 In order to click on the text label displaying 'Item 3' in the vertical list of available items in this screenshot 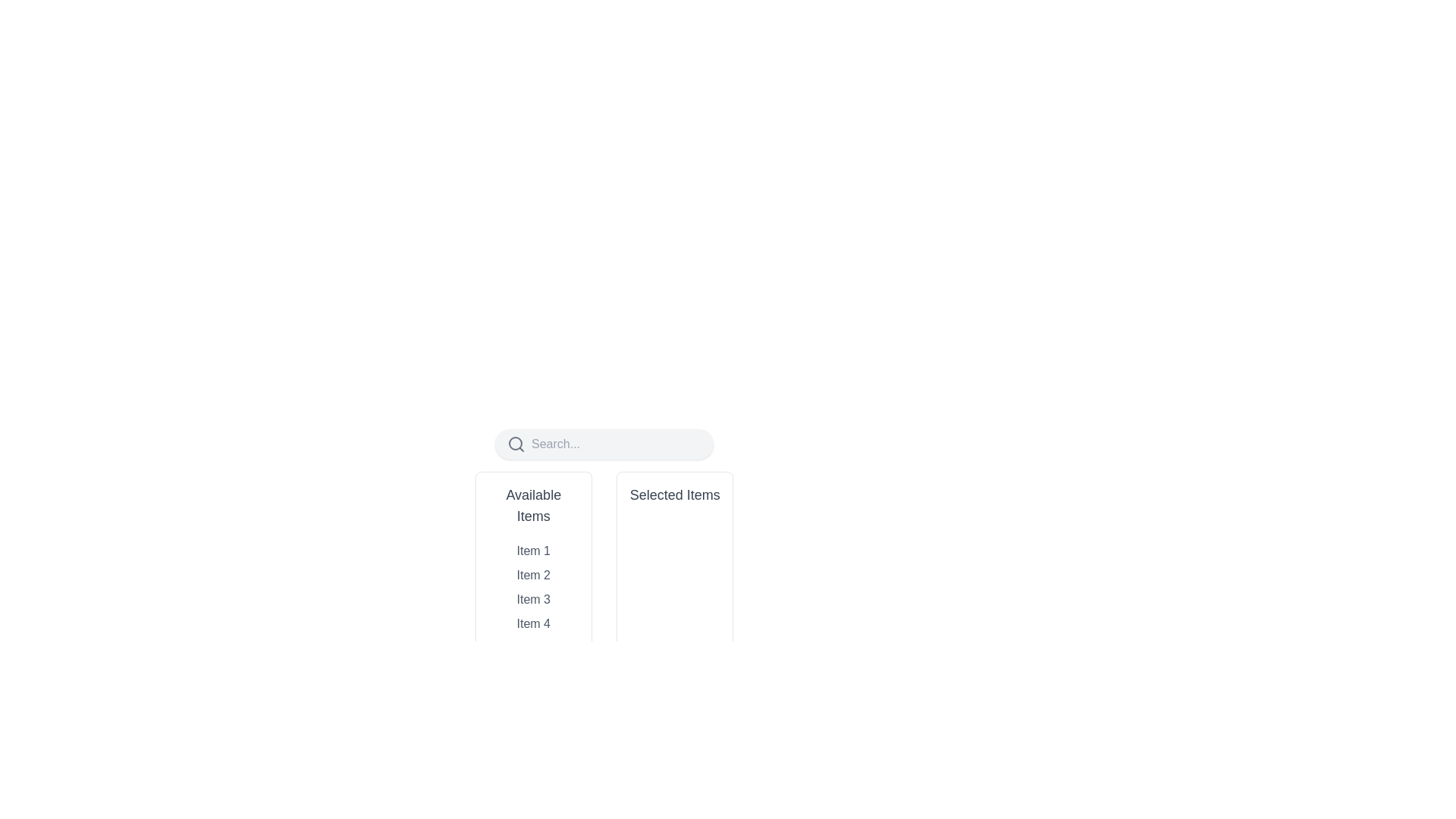, I will do `click(533, 598)`.